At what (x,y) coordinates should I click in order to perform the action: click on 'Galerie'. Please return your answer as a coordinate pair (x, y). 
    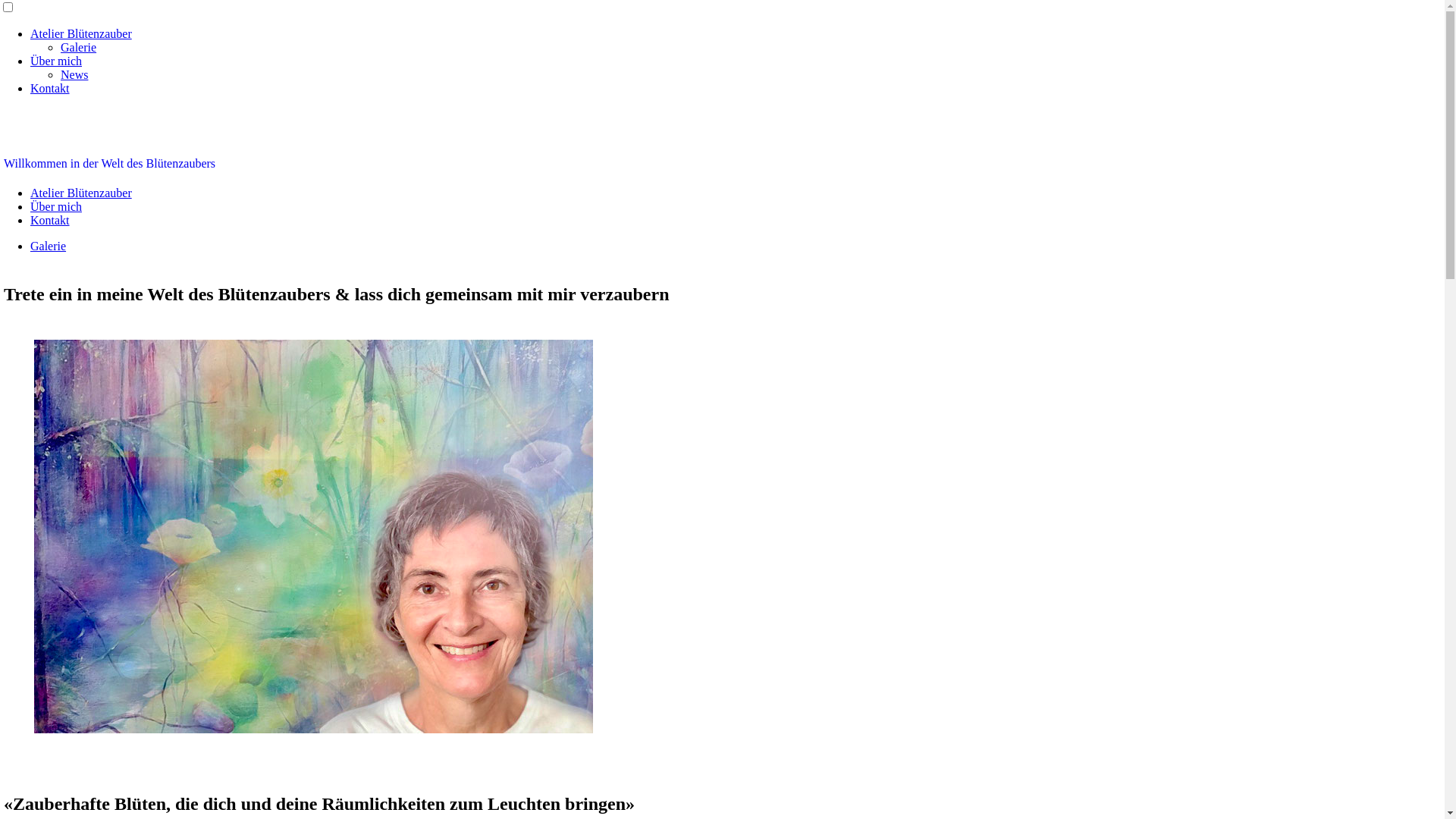
    Looking at the image, I should click on (61, 46).